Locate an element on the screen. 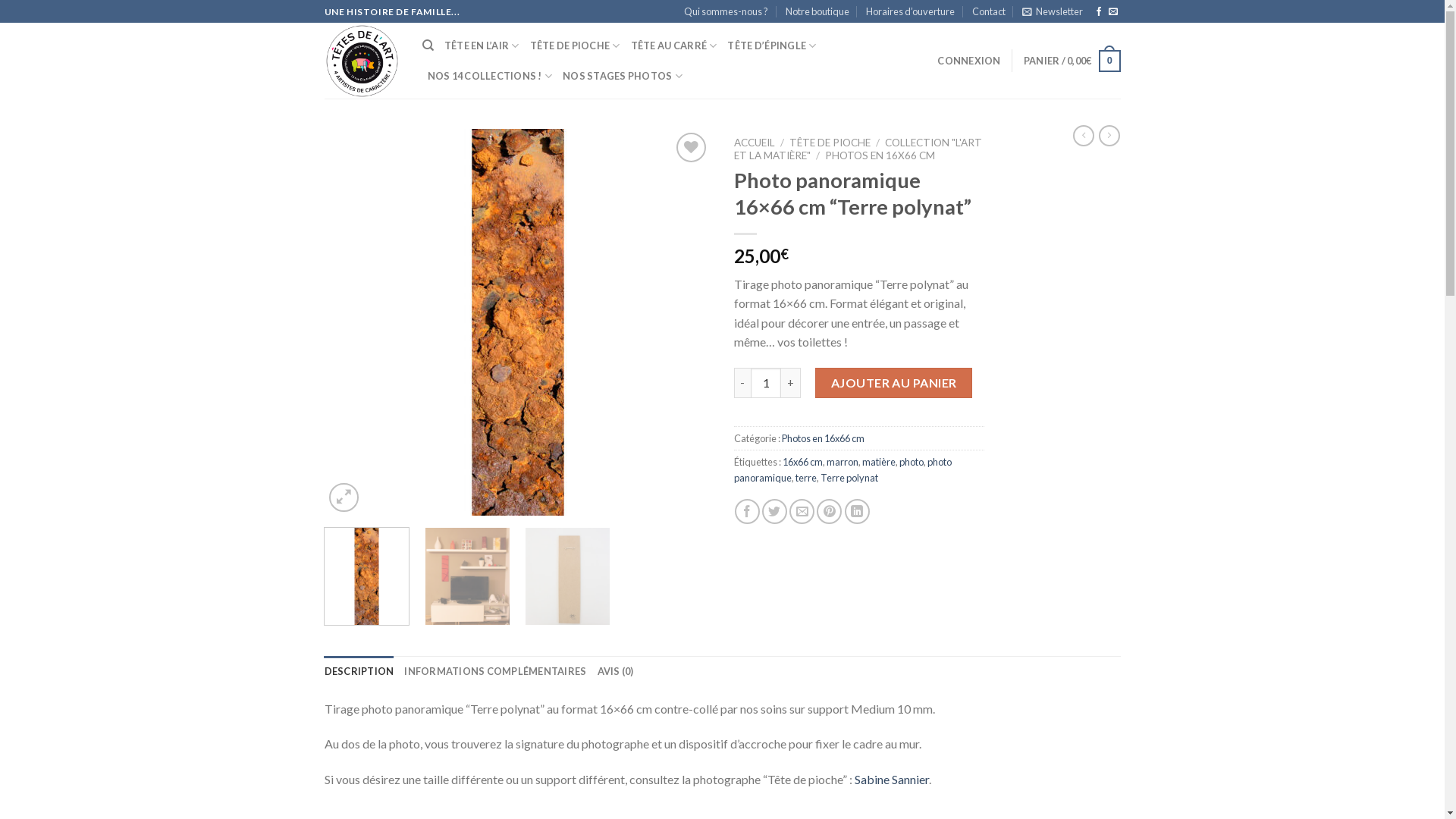 Image resolution: width=1456 pixels, height=819 pixels. 'Qui sommes-nous ?' is located at coordinates (725, 11).